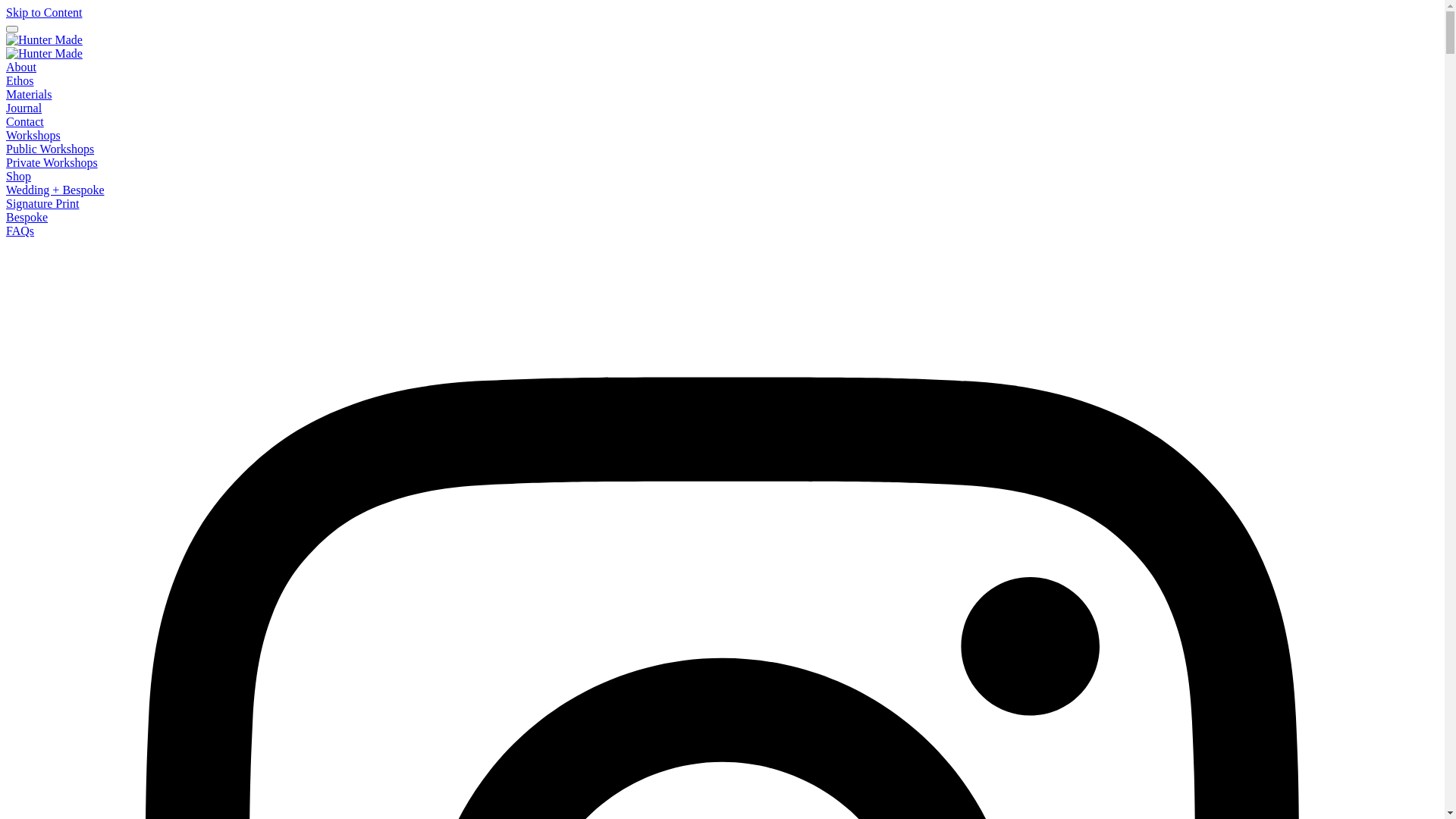  What do you see at coordinates (50, 149) in the screenshot?
I see `'Public Workshops'` at bounding box center [50, 149].